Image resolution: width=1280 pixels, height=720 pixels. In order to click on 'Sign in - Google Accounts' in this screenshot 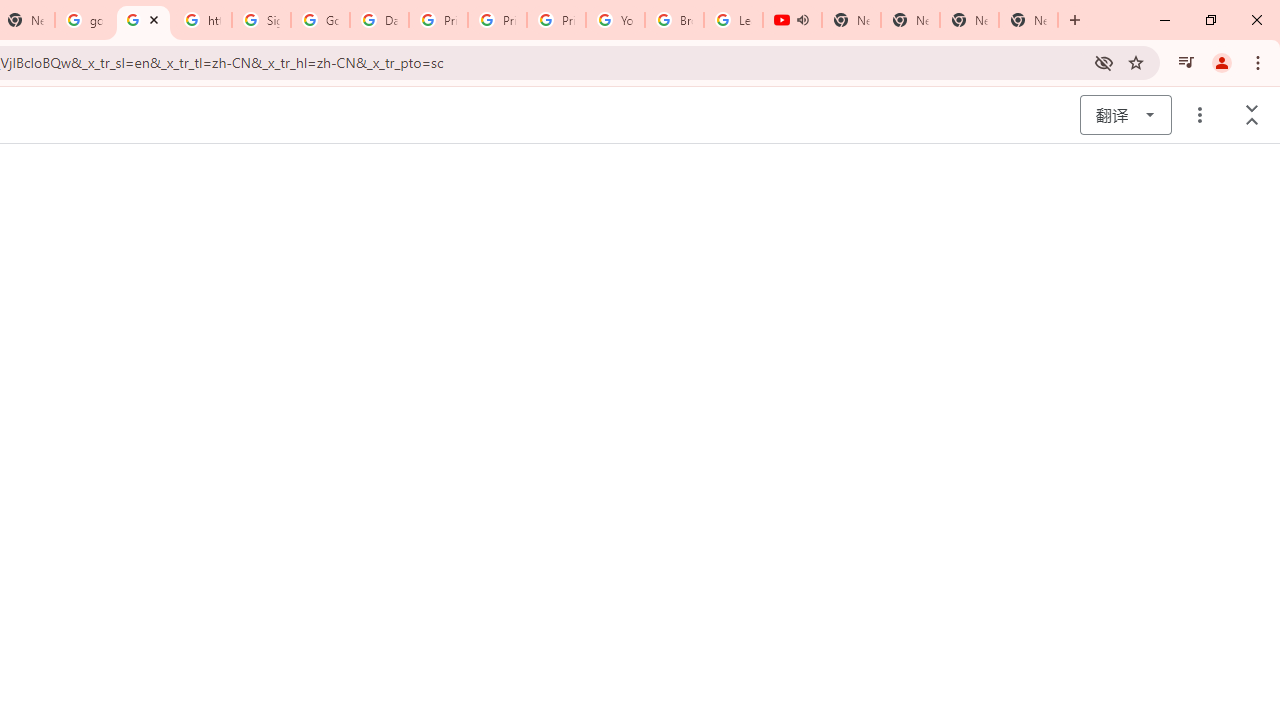, I will do `click(260, 20)`.